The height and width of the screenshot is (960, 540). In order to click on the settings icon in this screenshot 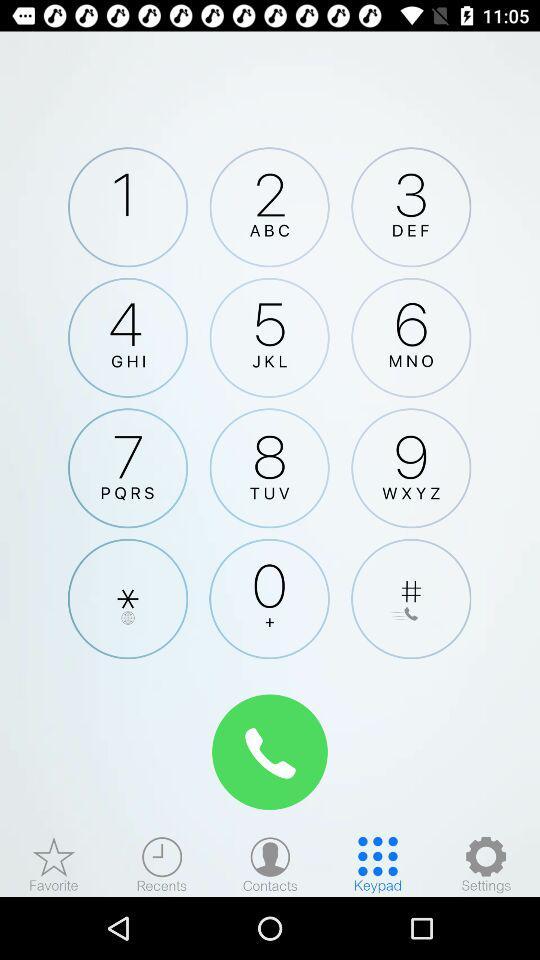, I will do `click(485, 863)`.